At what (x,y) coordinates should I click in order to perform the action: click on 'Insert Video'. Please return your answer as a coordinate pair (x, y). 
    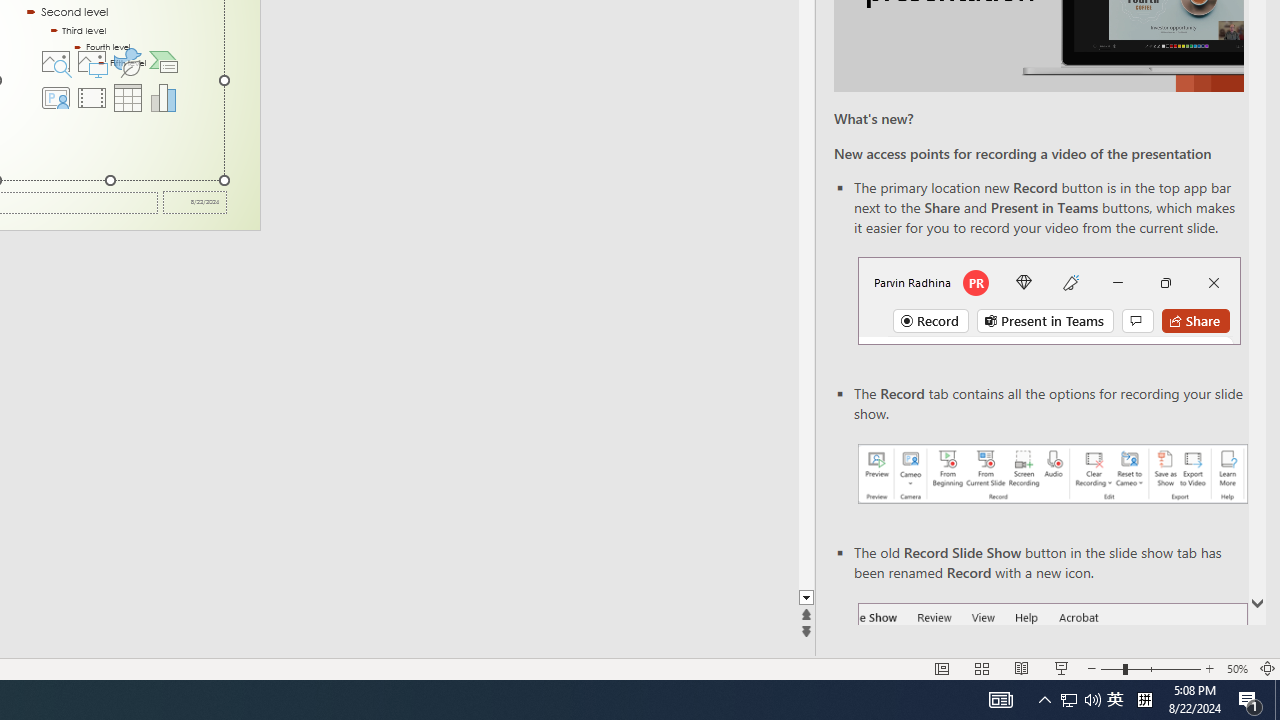
    Looking at the image, I should click on (90, 97).